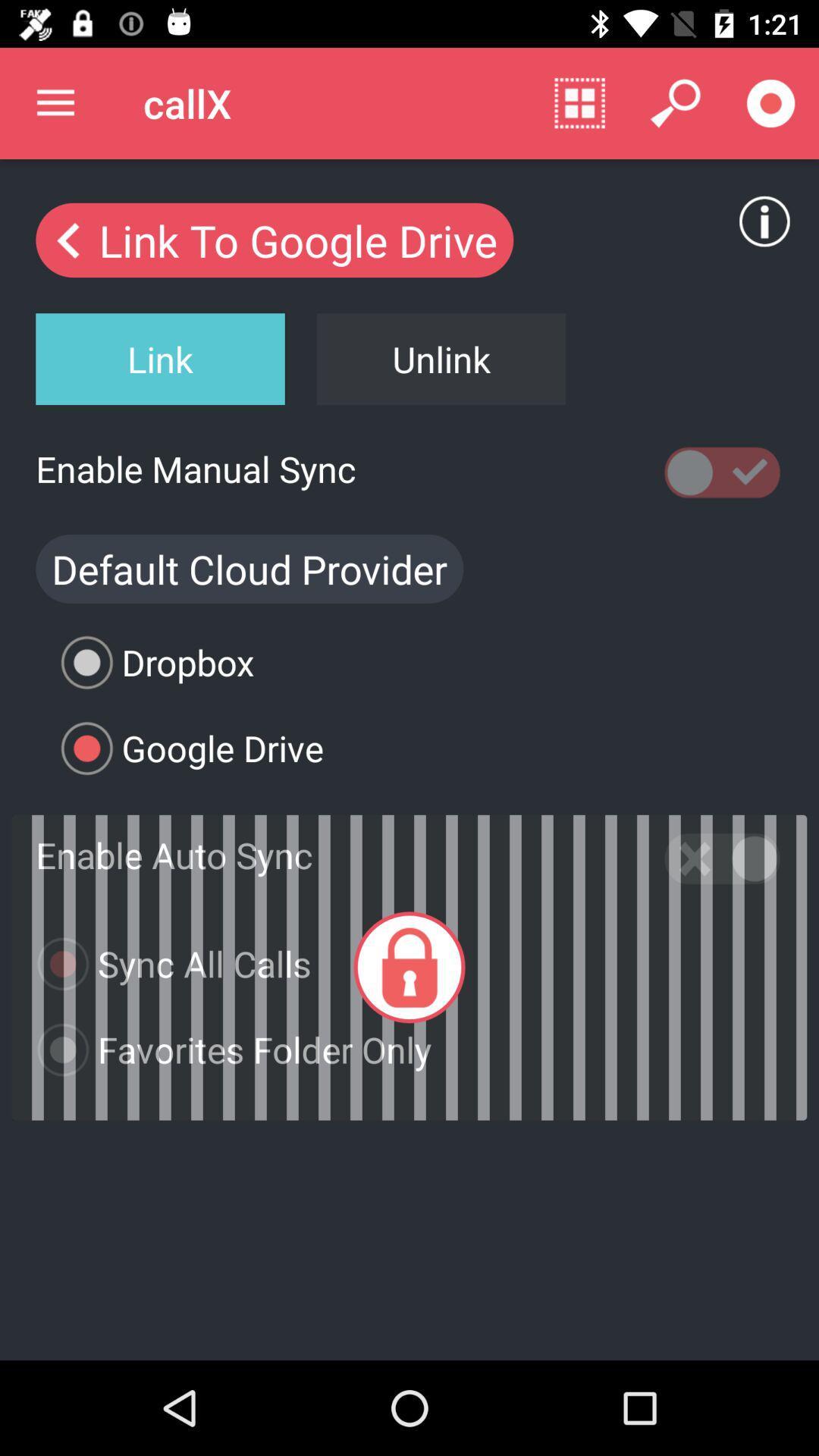  What do you see at coordinates (764, 221) in the screenshot?
I see `the info icon` at bounding box center [764, 221].